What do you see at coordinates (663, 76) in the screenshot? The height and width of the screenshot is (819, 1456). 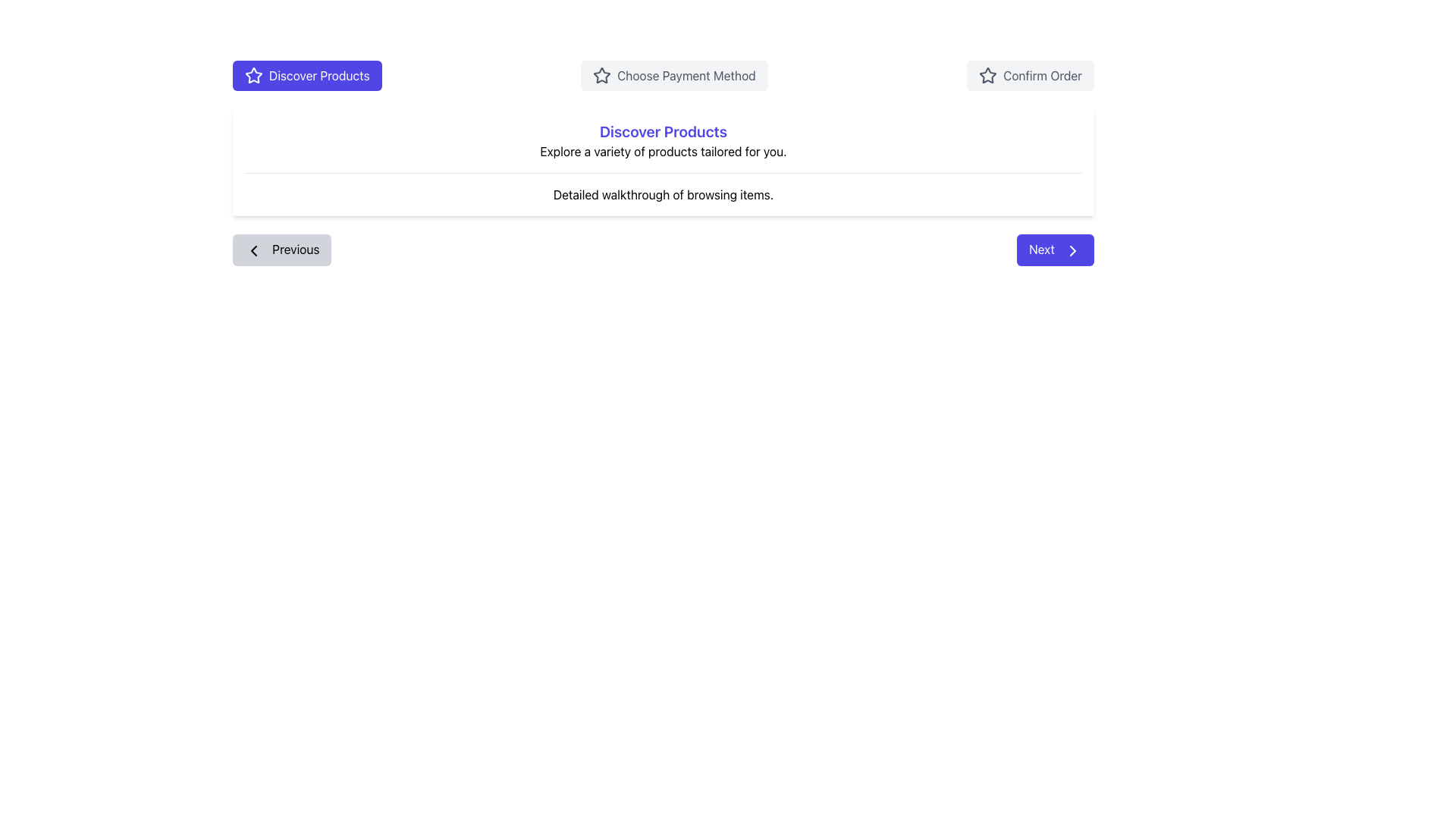 I see `the 'Choose Payment Method' navigation tab, which is the second tab in a horizontal navigation bar with light gray background and gray text` at bounding box center [663, 76].